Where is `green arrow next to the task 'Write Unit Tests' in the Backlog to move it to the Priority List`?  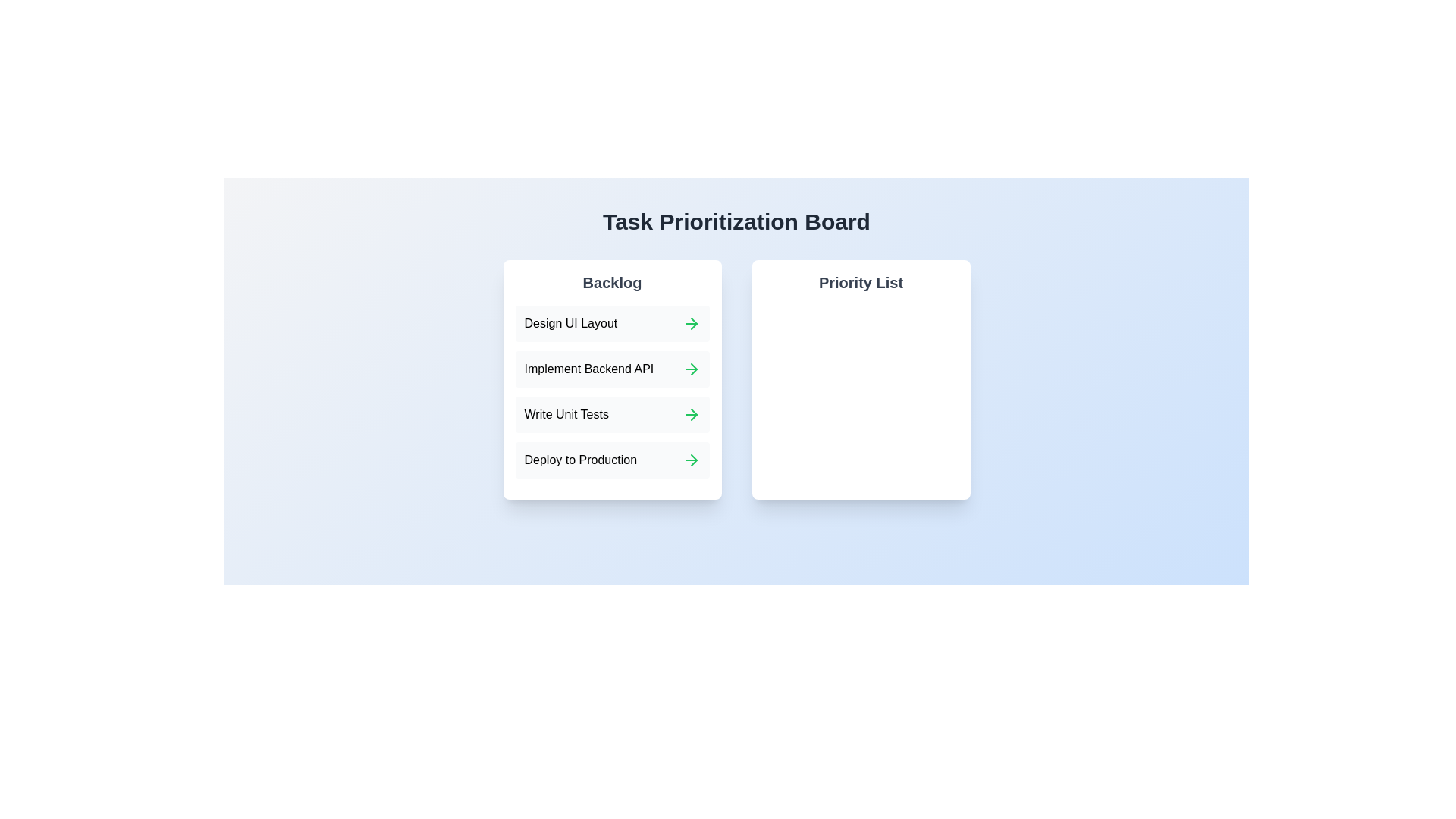 green arrow next to the task 'Write Unit Tests' in the Backlog to move it to the Priority List is located at coordinates (690, 415).